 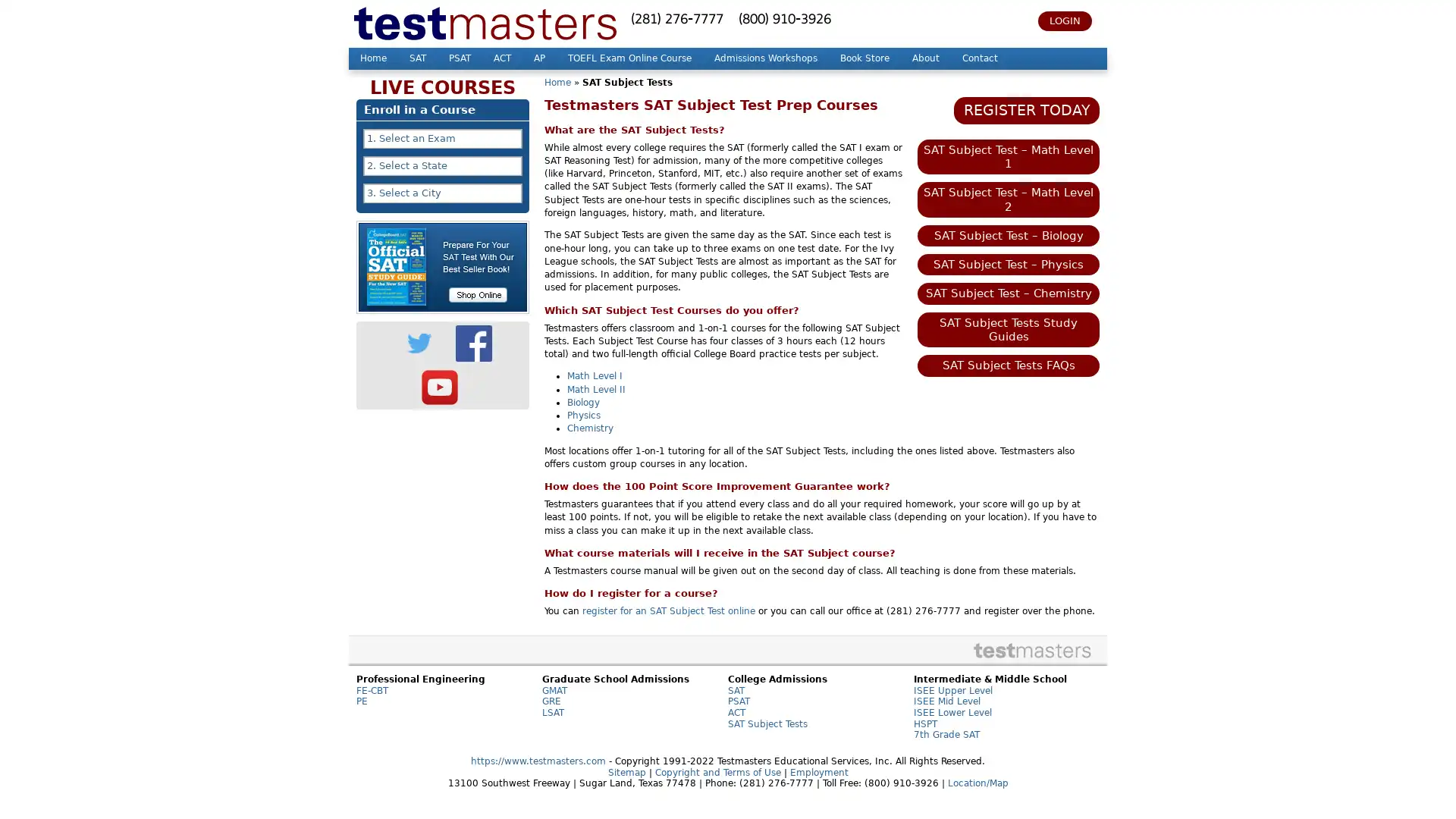 What do you see at coordinates (442, 138) in the screenshot?
I see `1. Select an Exam` at bounding box center [442, 138].